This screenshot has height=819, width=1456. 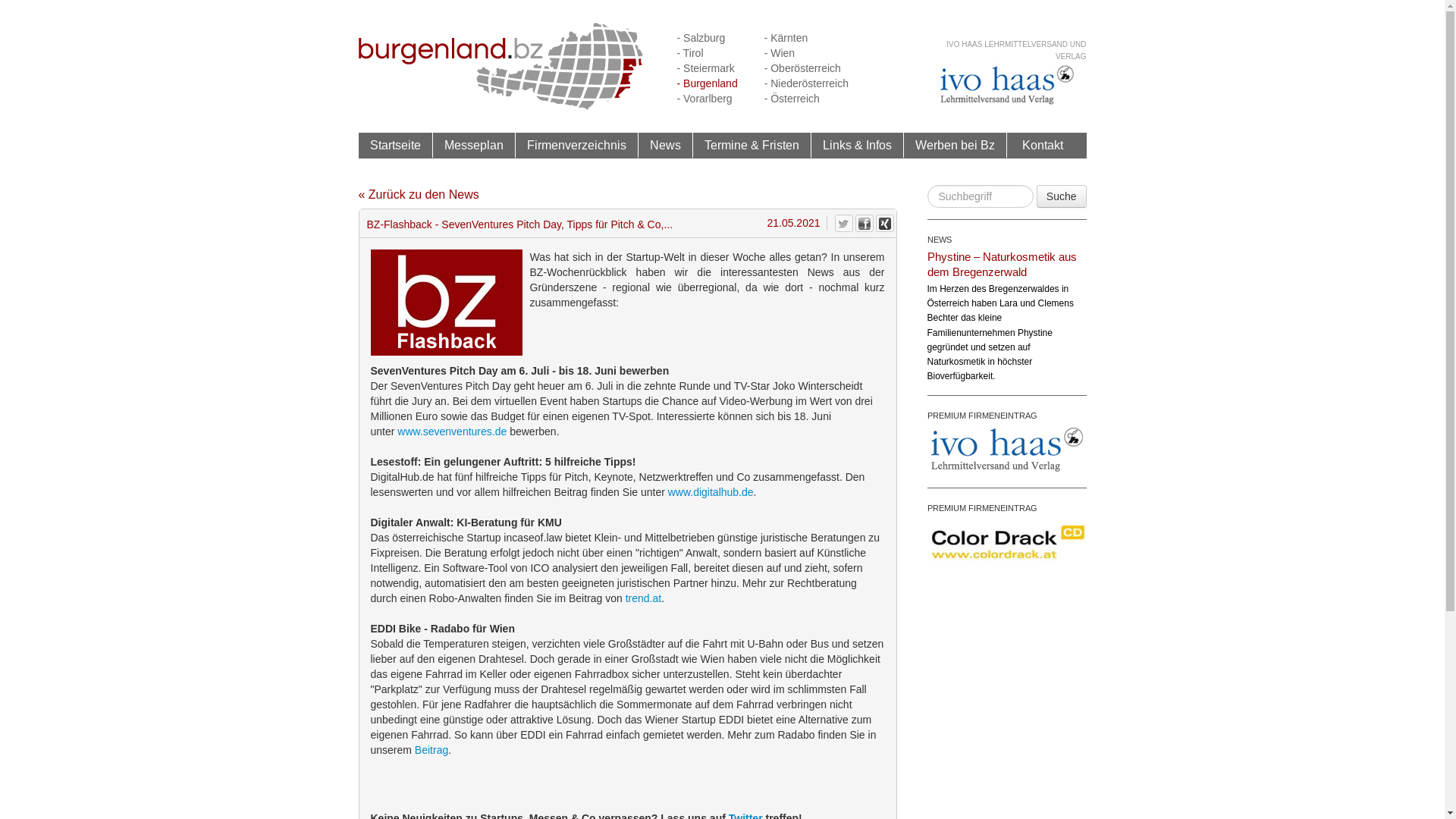 I want to click on 'Firmenverzeichnis', so click(x=575, y=145).